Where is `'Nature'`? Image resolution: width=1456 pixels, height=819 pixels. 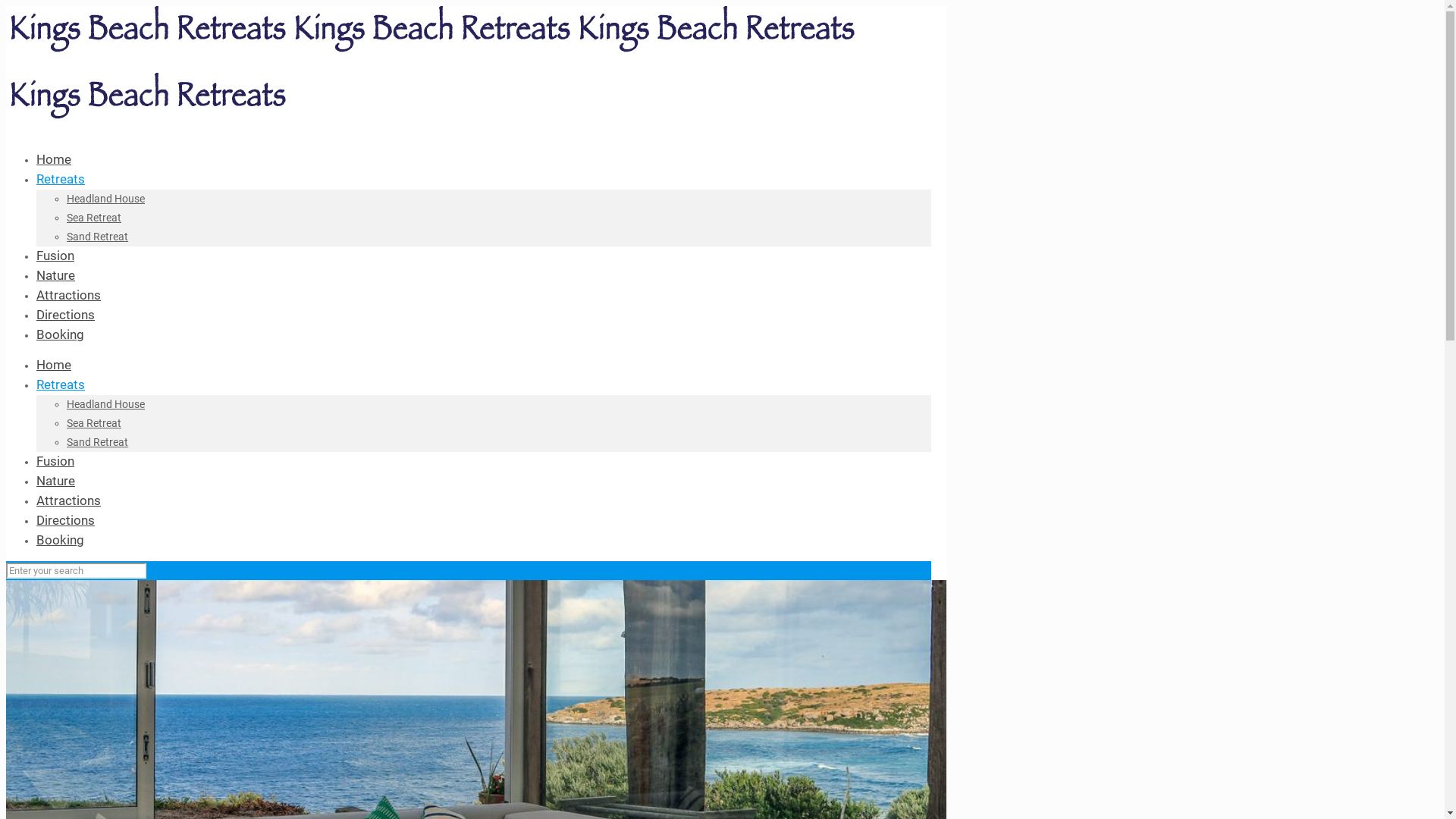
'Nature' is located at coordinates (55, 275).